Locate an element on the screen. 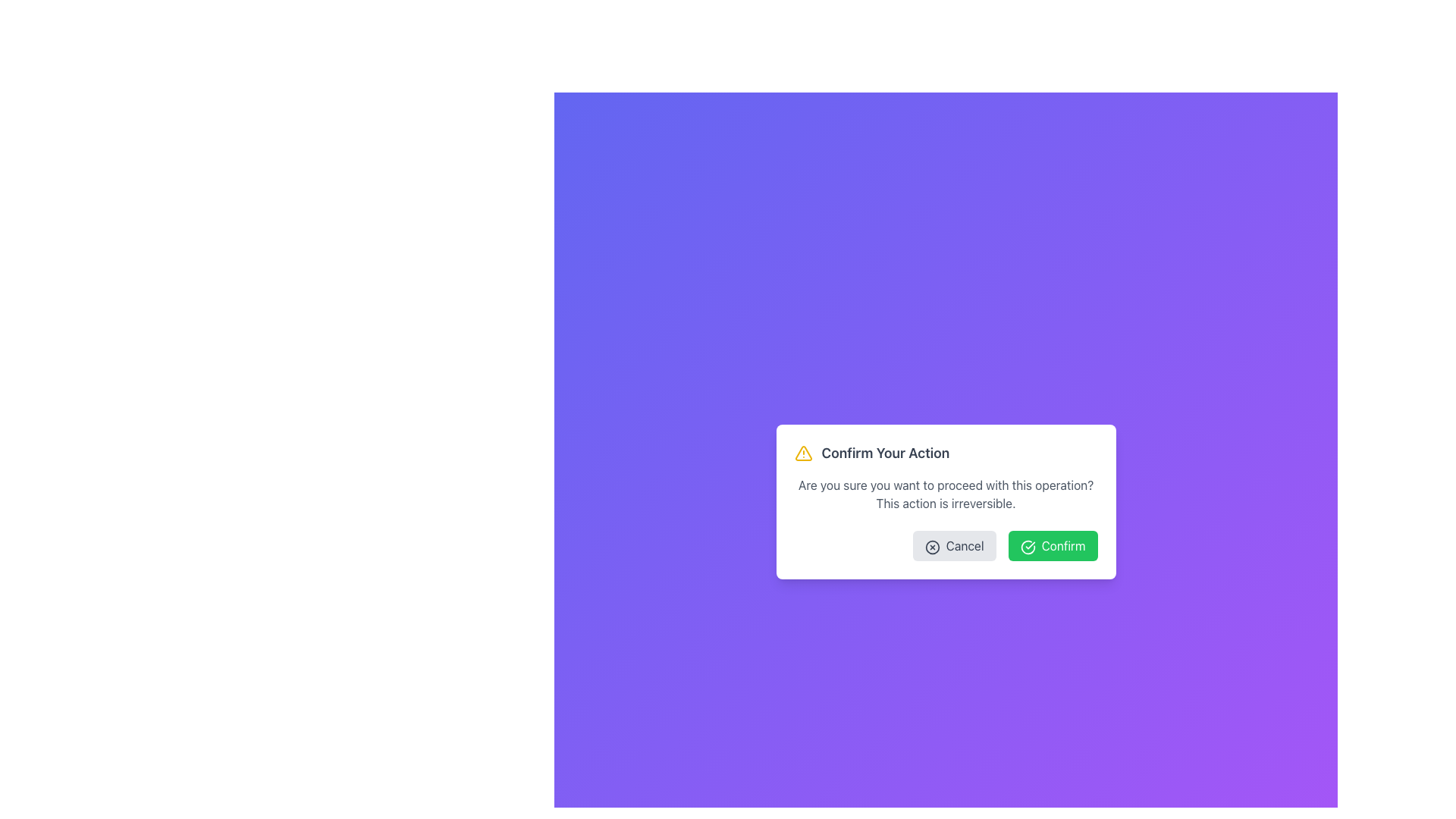 The width and height of the screenshot is (1456, 819). the text block that reads 'Are you sure you want to proceed with this operation? This action is irreversible.' within the styled white dialog box is located at coordinates (945, 494).